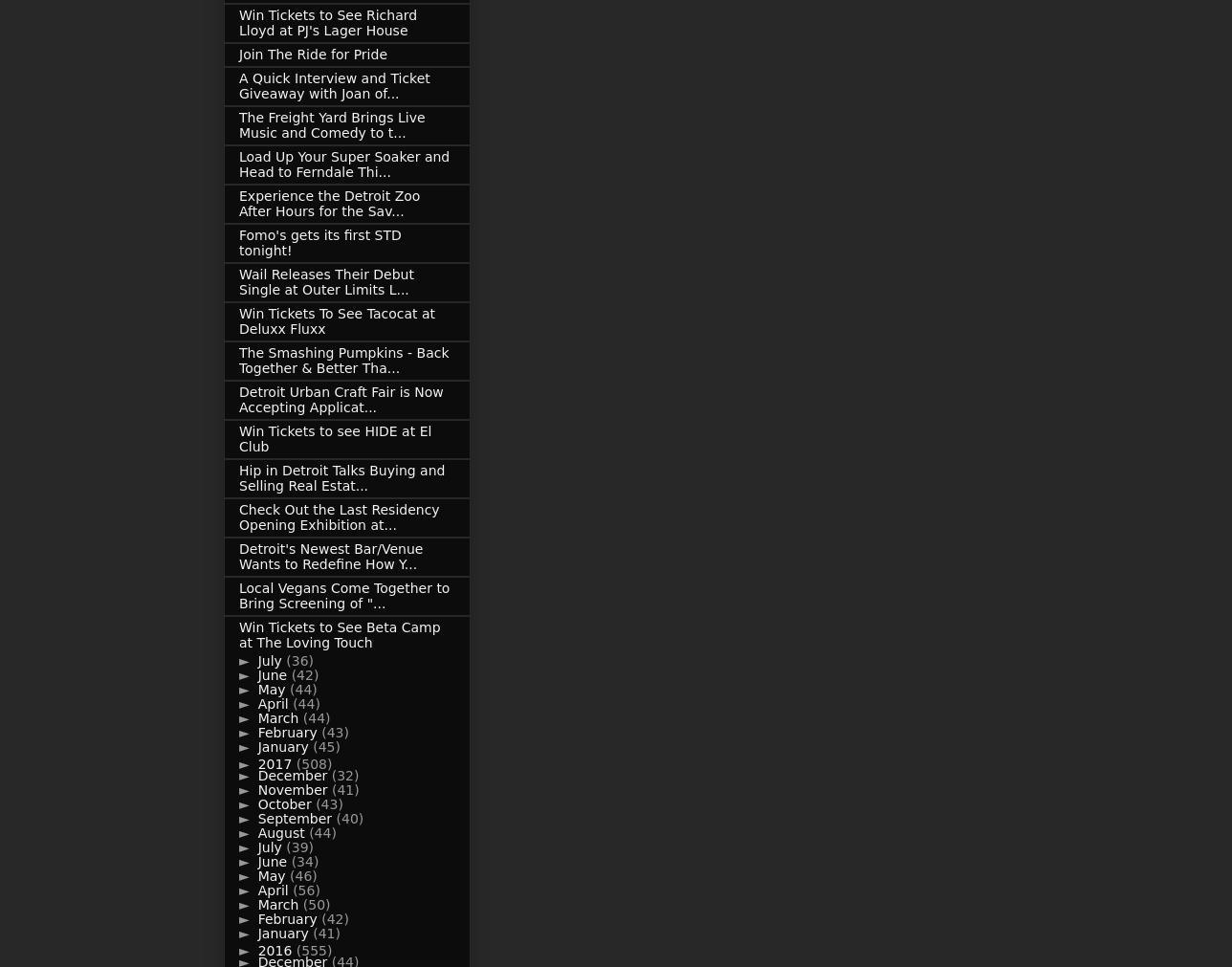 The width and height of the screenshot is (1232, 967). Describe the element at coordinates (331, 124) in the screenshot. I see `'The Freight Yard Brings Live Music and Comedy to t...'` at that location.